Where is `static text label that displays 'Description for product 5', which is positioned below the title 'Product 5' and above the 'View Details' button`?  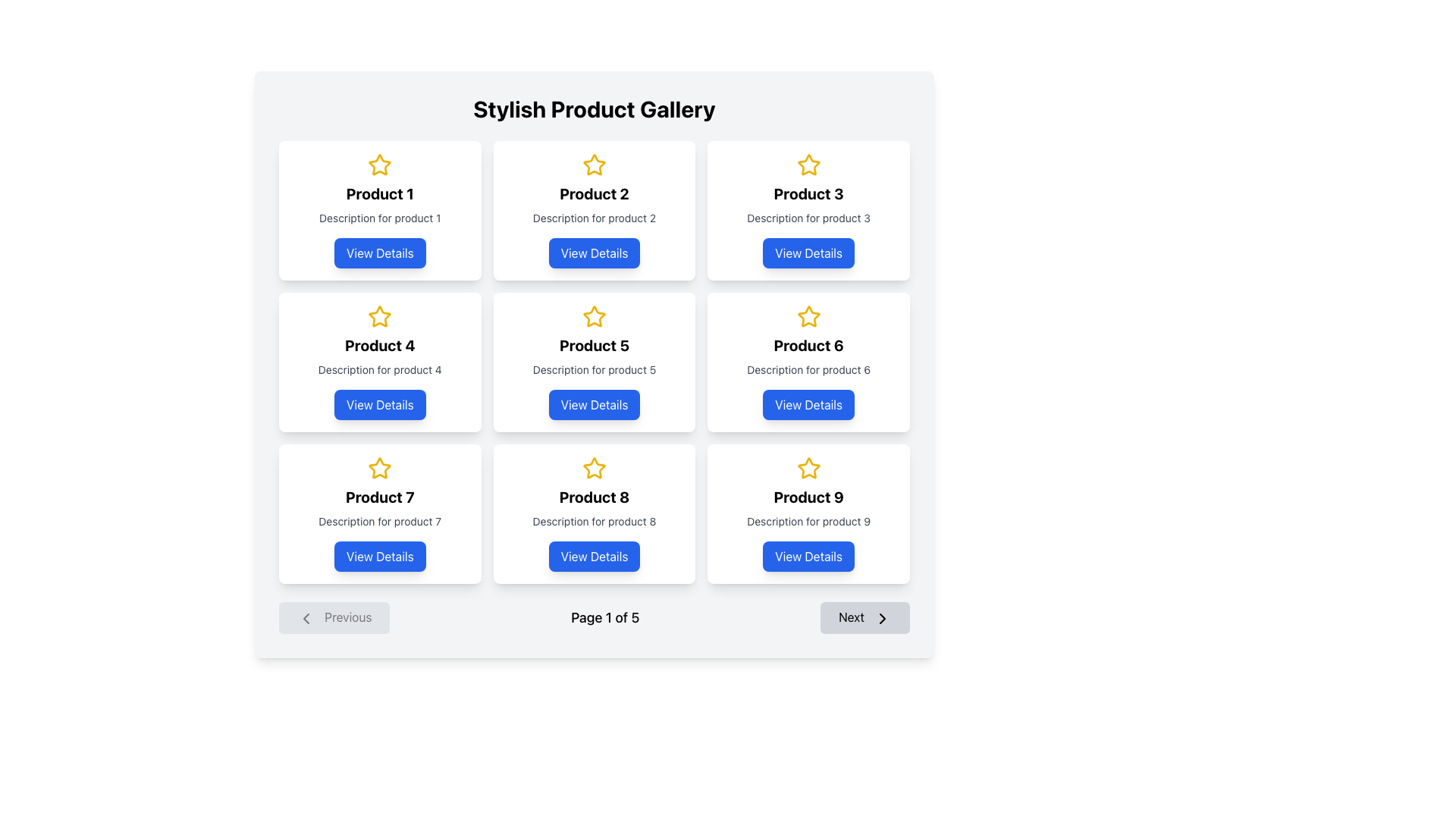 static text label that displays 'Description for product 5', which is positioned below the title 'Product 5' and above the 'View Details' button is located at coordinates (593, 370).